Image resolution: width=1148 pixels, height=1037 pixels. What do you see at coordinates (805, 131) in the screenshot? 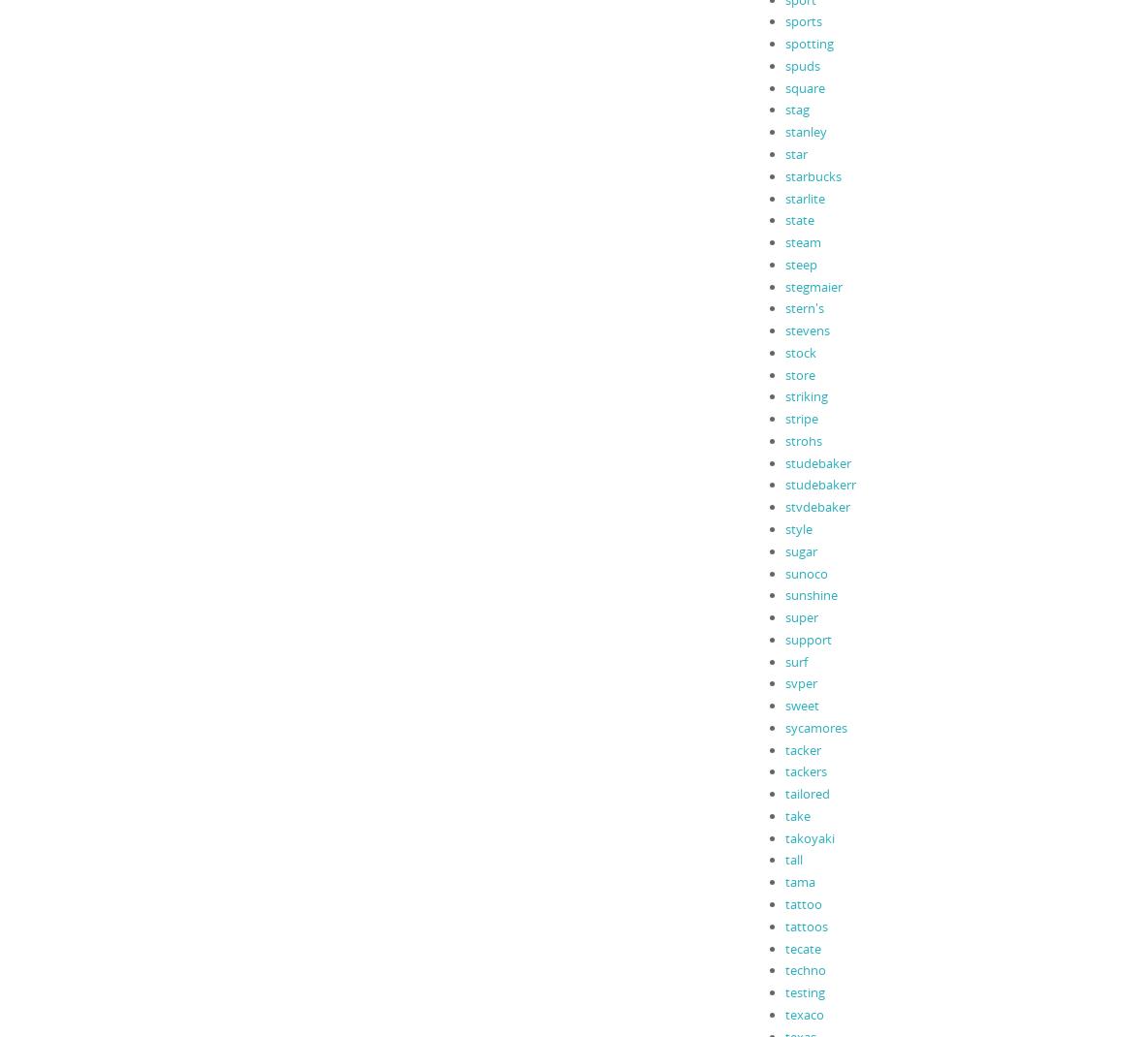
I see `'stanley'` at bounding box center [805, 131].